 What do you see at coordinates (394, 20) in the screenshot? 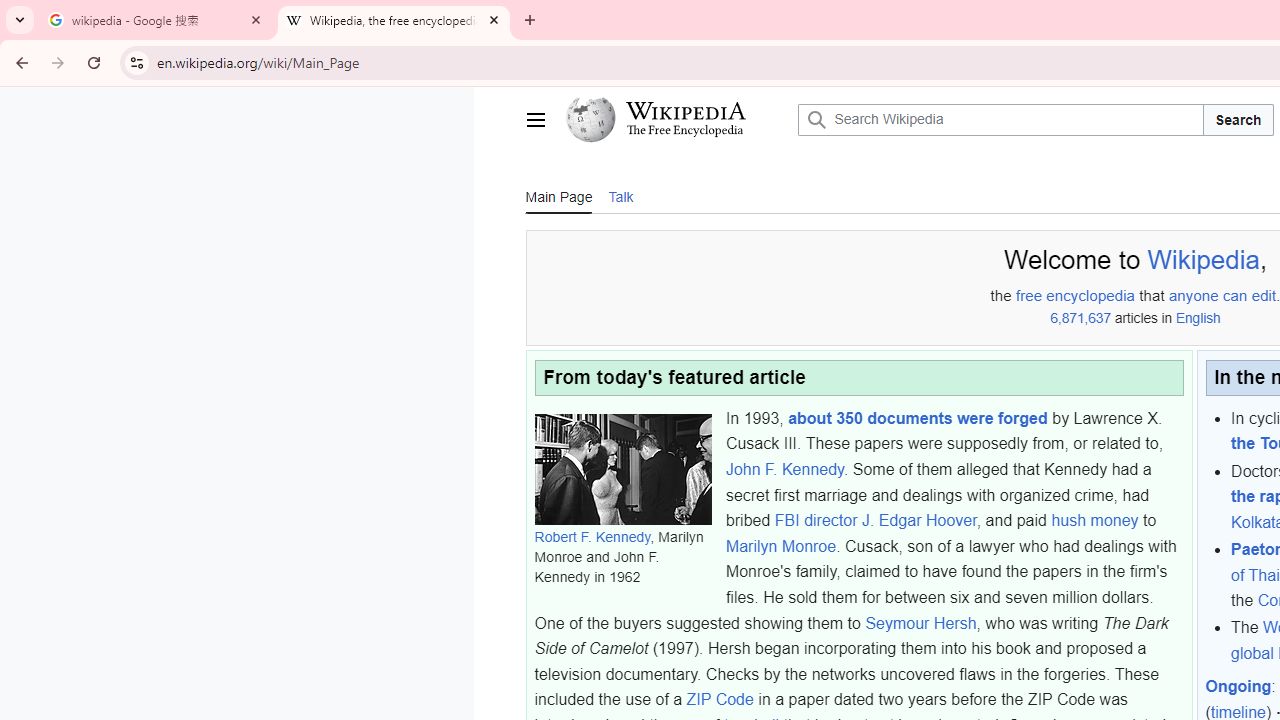
I see `'Wikipedia, the free encyclopedia'` at bounding box center [394, 20].